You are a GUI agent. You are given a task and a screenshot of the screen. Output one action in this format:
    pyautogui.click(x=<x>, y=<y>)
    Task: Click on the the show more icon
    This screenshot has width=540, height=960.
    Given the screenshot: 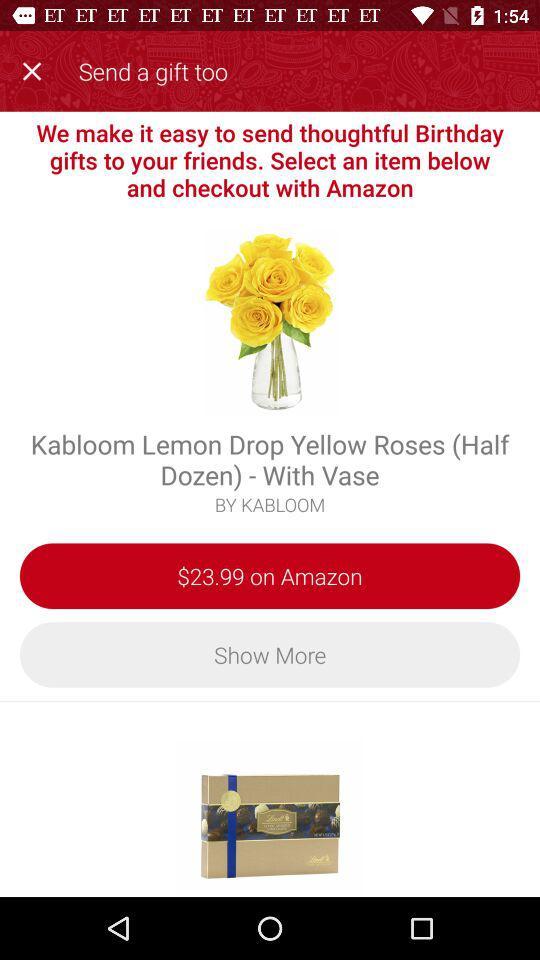 What is the action you would take?
    pyautogui.click(x=270, y=653)
    